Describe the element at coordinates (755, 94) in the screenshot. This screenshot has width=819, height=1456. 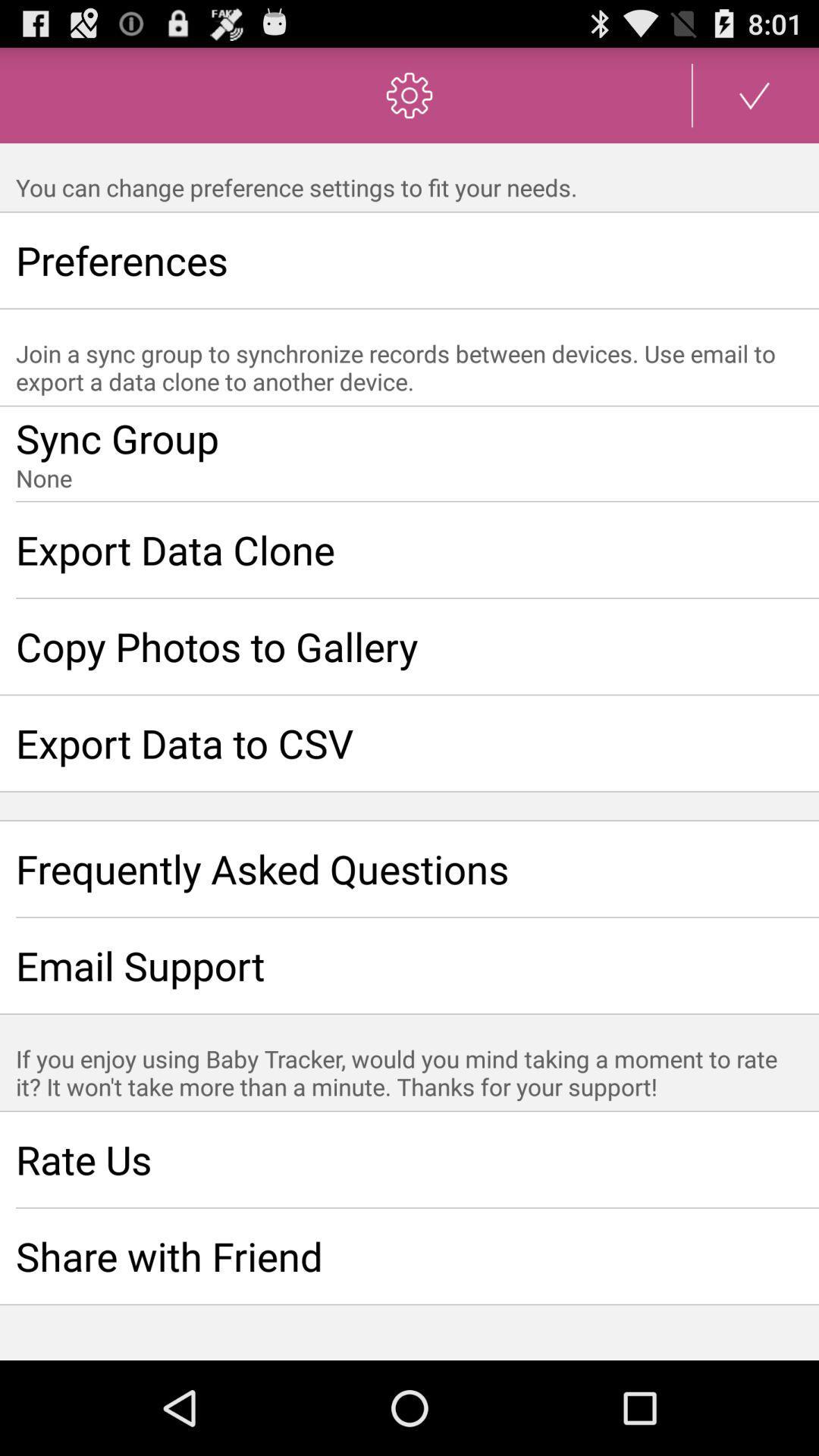
I see `the item at the top right corner` at that location.